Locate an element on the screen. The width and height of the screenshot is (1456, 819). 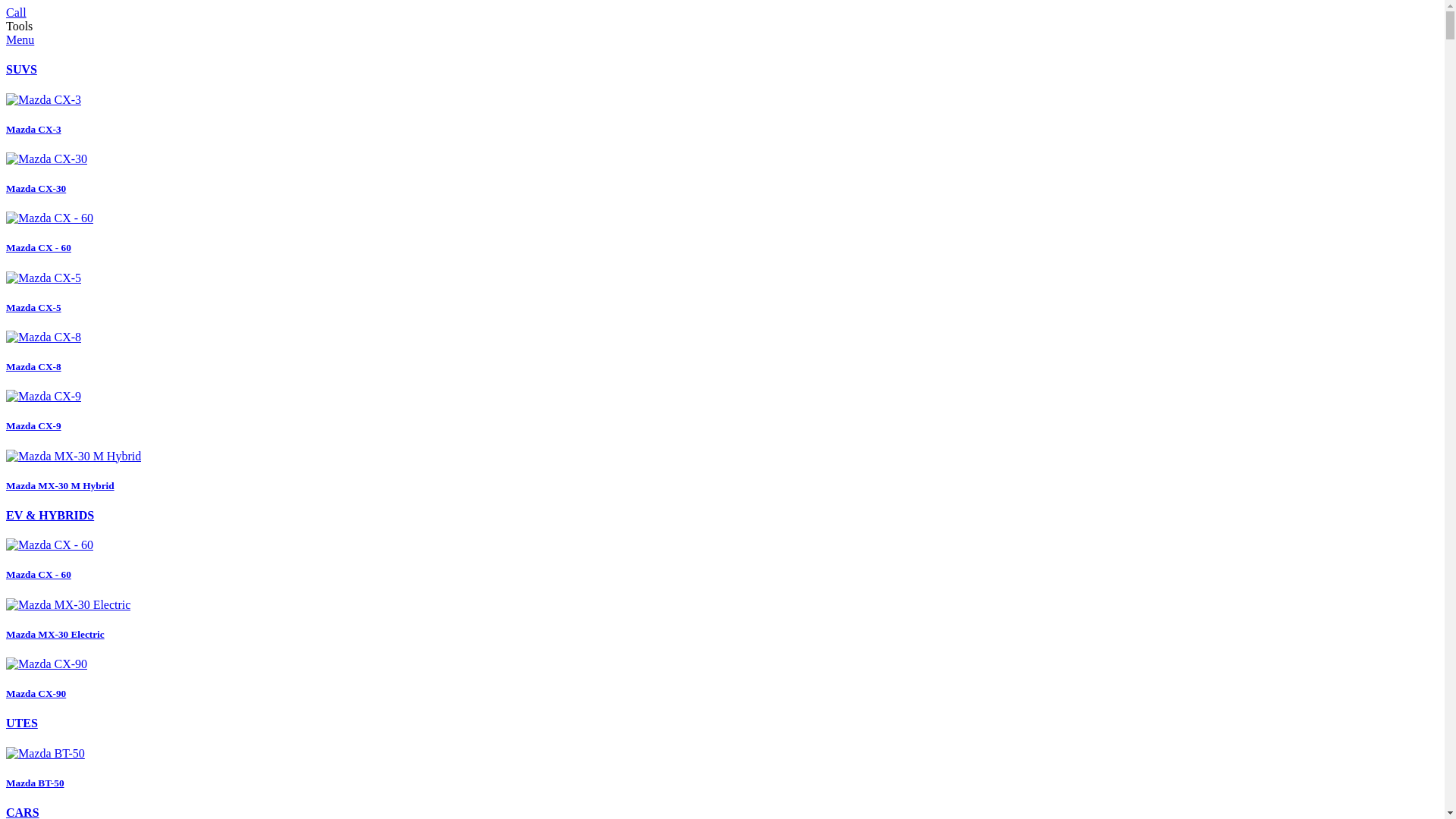
'Menu' is located at coordinates (20, 39).